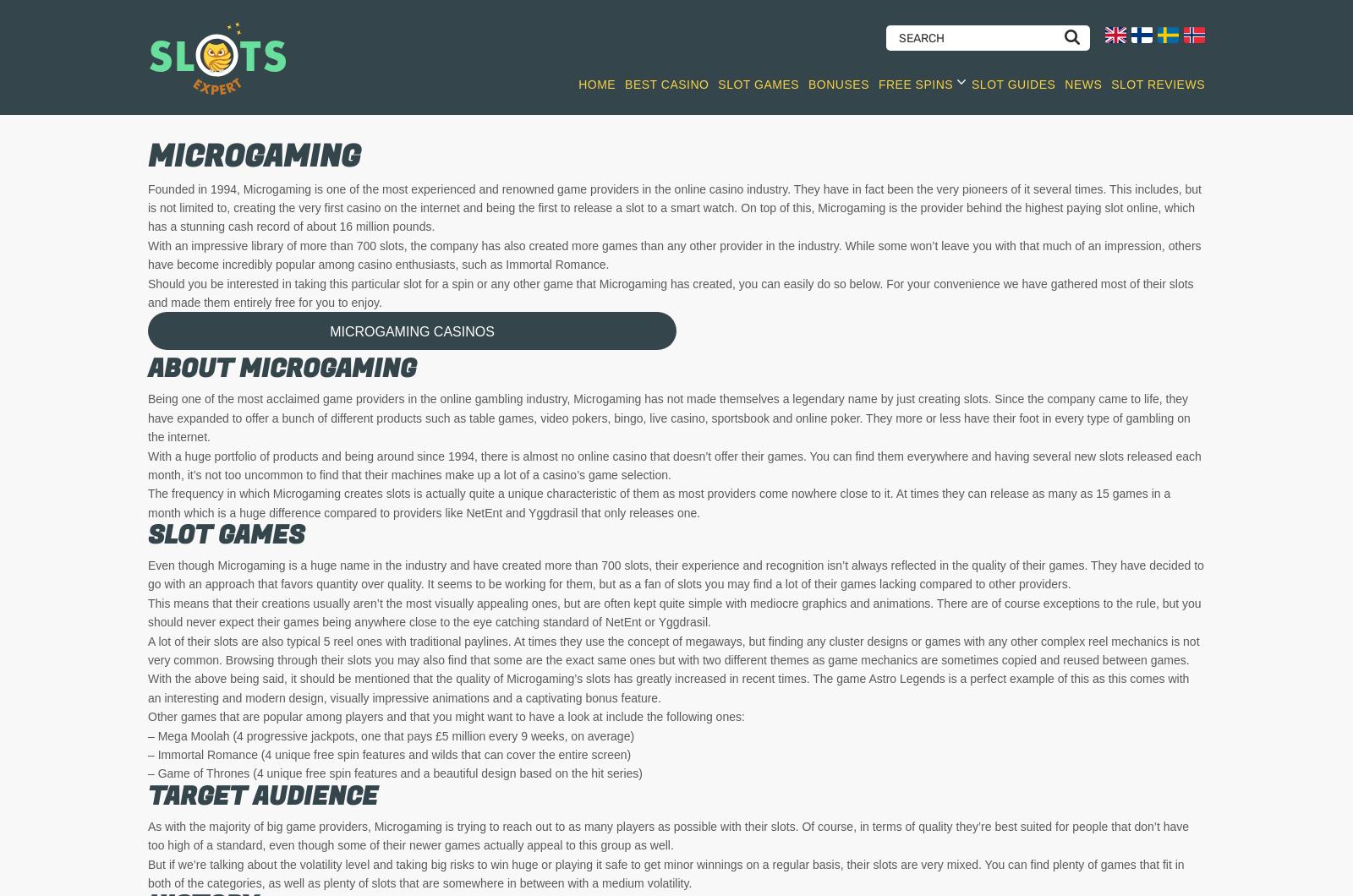 The width and height of the screenshot is (1353, 896). What do you see at coordinates (1115, 400) in the screenshot?
I see `'Enchanted woods'` at bounding box center [1115, 400].